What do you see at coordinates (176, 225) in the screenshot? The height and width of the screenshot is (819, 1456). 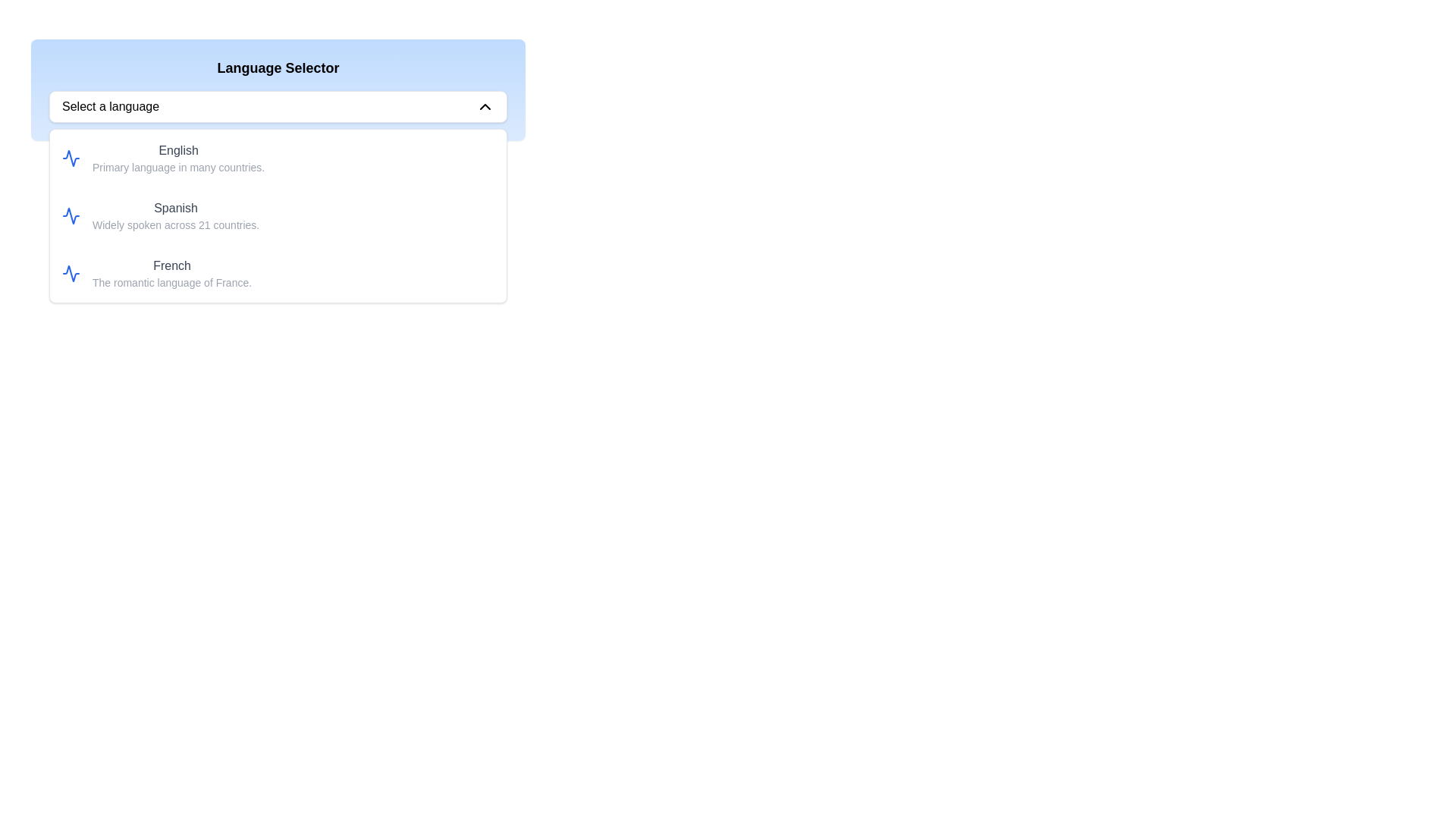 I see `the Text label that describes the language 'Spanish', which is the second description text within its group of languages` at bounding box center [176, 225].